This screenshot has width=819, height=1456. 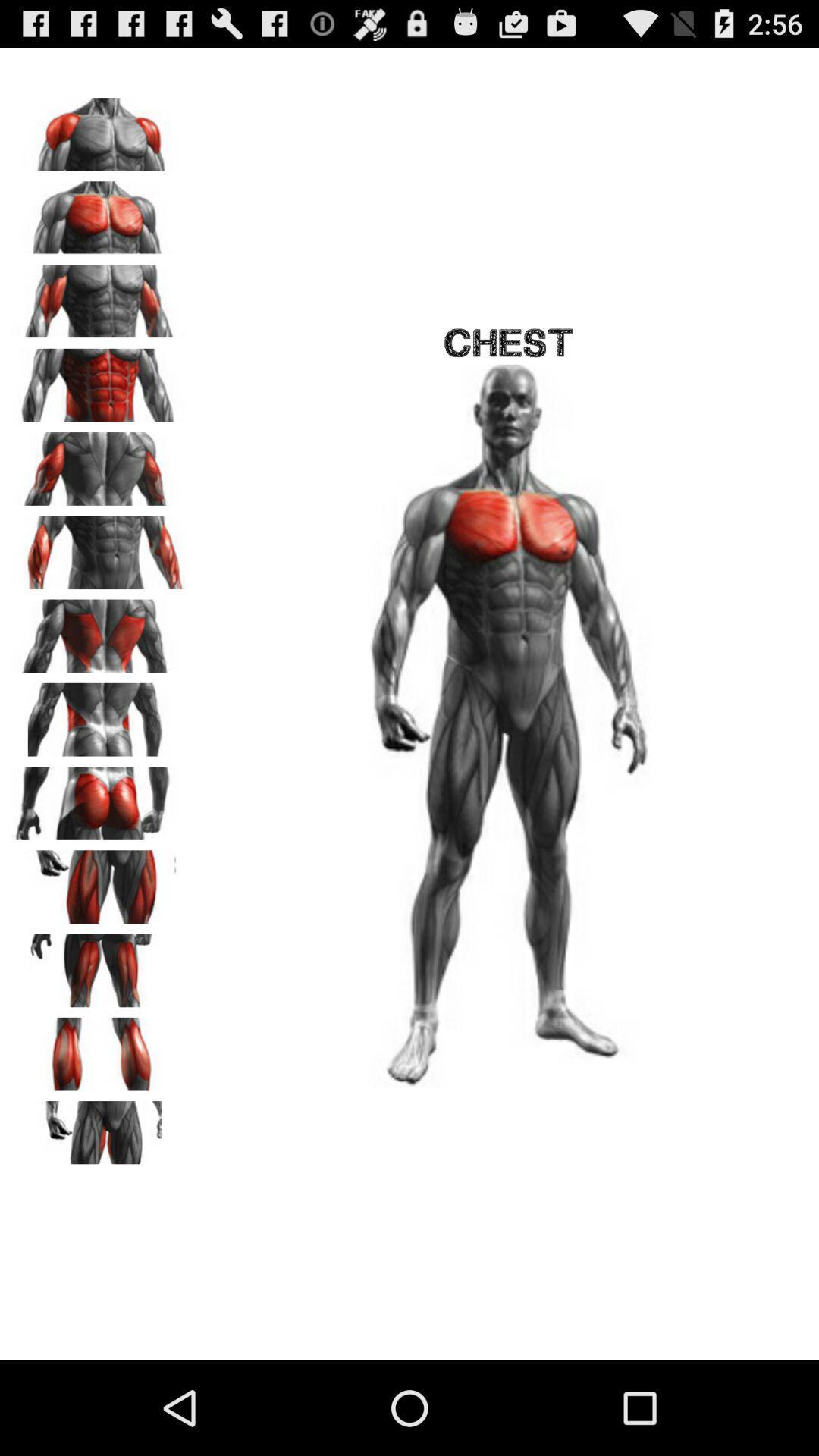 I want to click on chose back view, so click(x=99, y=714).